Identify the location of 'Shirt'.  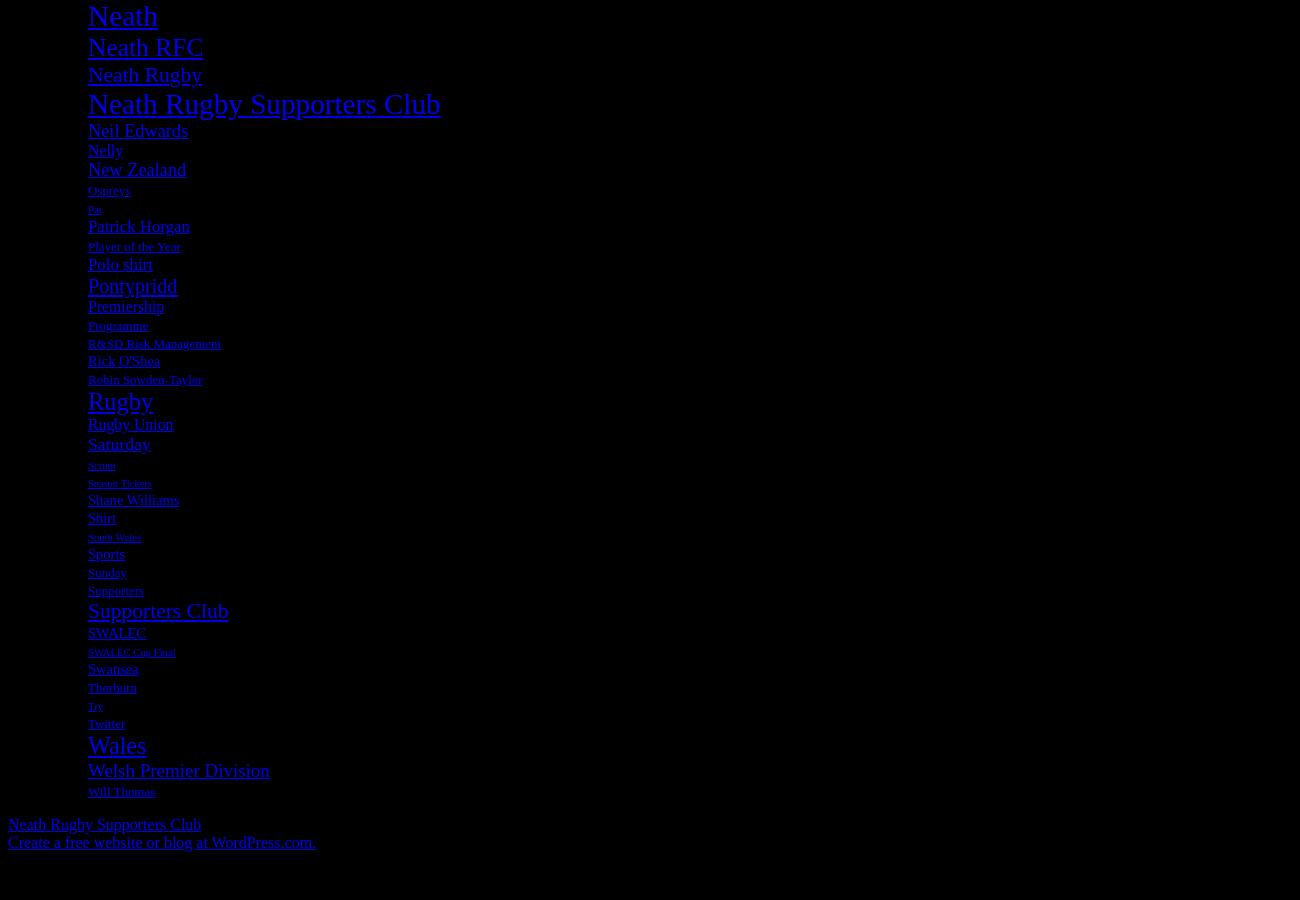
(102, 515).